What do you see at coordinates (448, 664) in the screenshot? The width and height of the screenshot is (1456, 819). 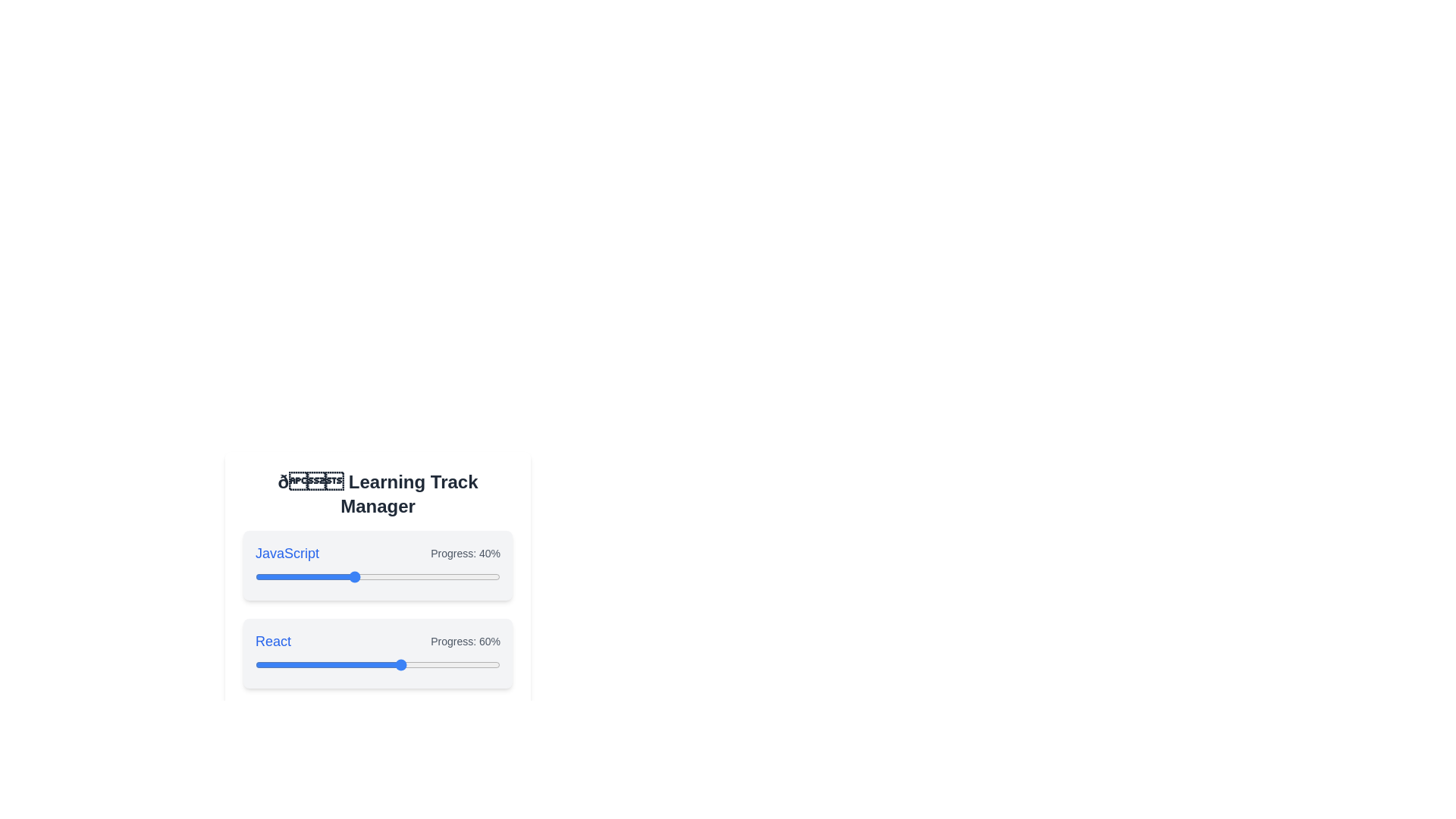 I see `the progress value` at bounding box center [448, 664].